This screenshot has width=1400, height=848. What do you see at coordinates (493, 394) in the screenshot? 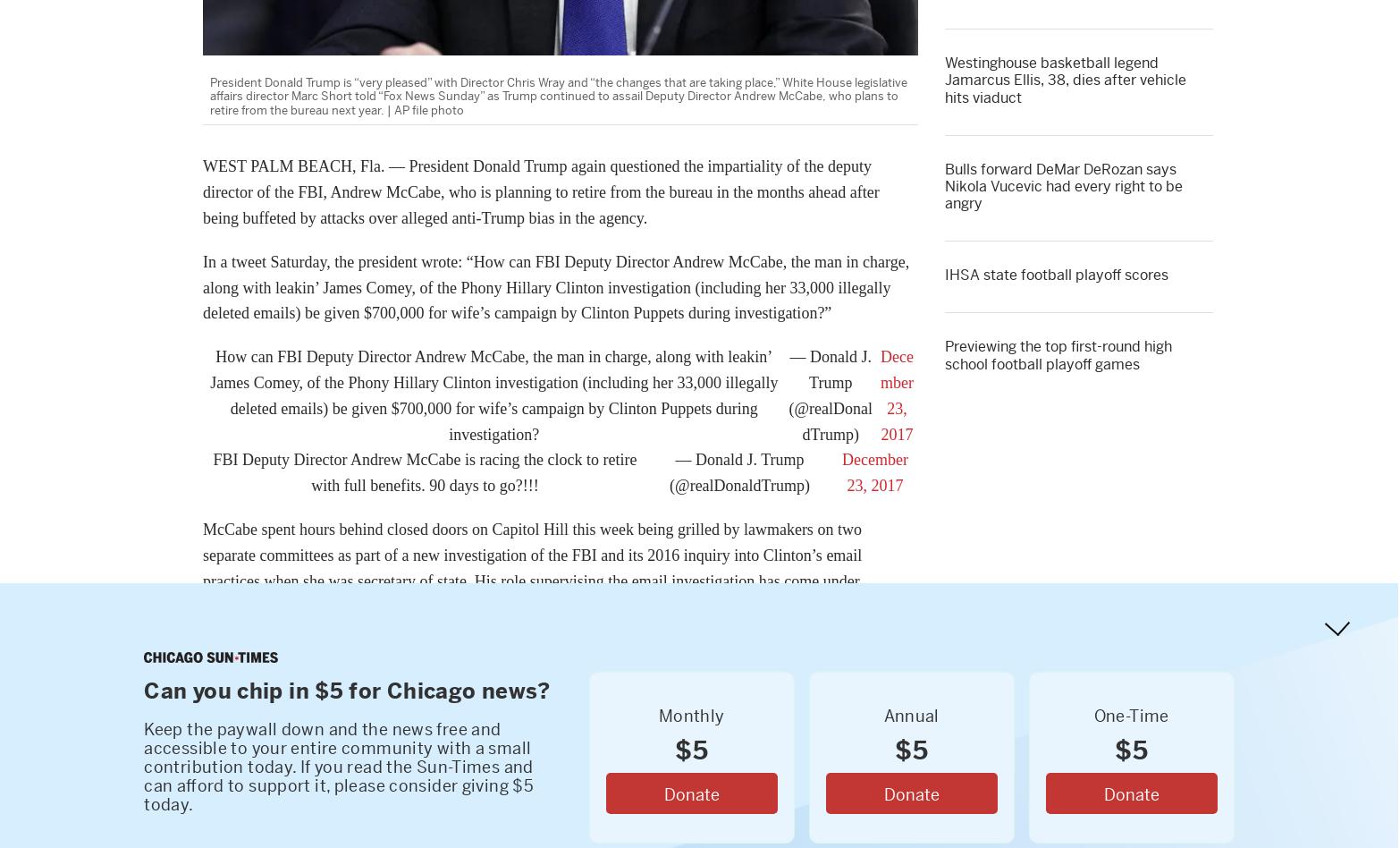
I see `'How can FBI Deputy Director Andrew McCabe, the man in charge, along with leakin’ James Comey, of the Phony Hillary Clinton investigation (including her 33,000 illegally deleted emails) be given $700,000 for wife’s campaign by Clinton Puppets during investigation?'` at bounding box center [493, 394].